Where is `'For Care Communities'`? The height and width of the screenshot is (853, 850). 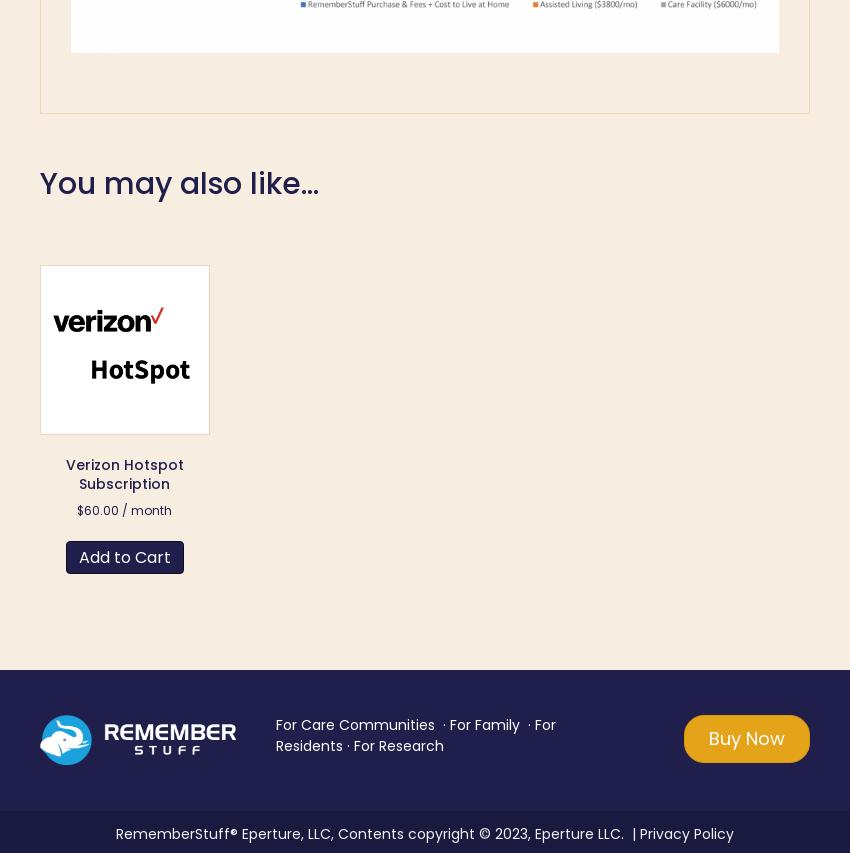
'For Care Communities' is located at coordinates (353, 723).